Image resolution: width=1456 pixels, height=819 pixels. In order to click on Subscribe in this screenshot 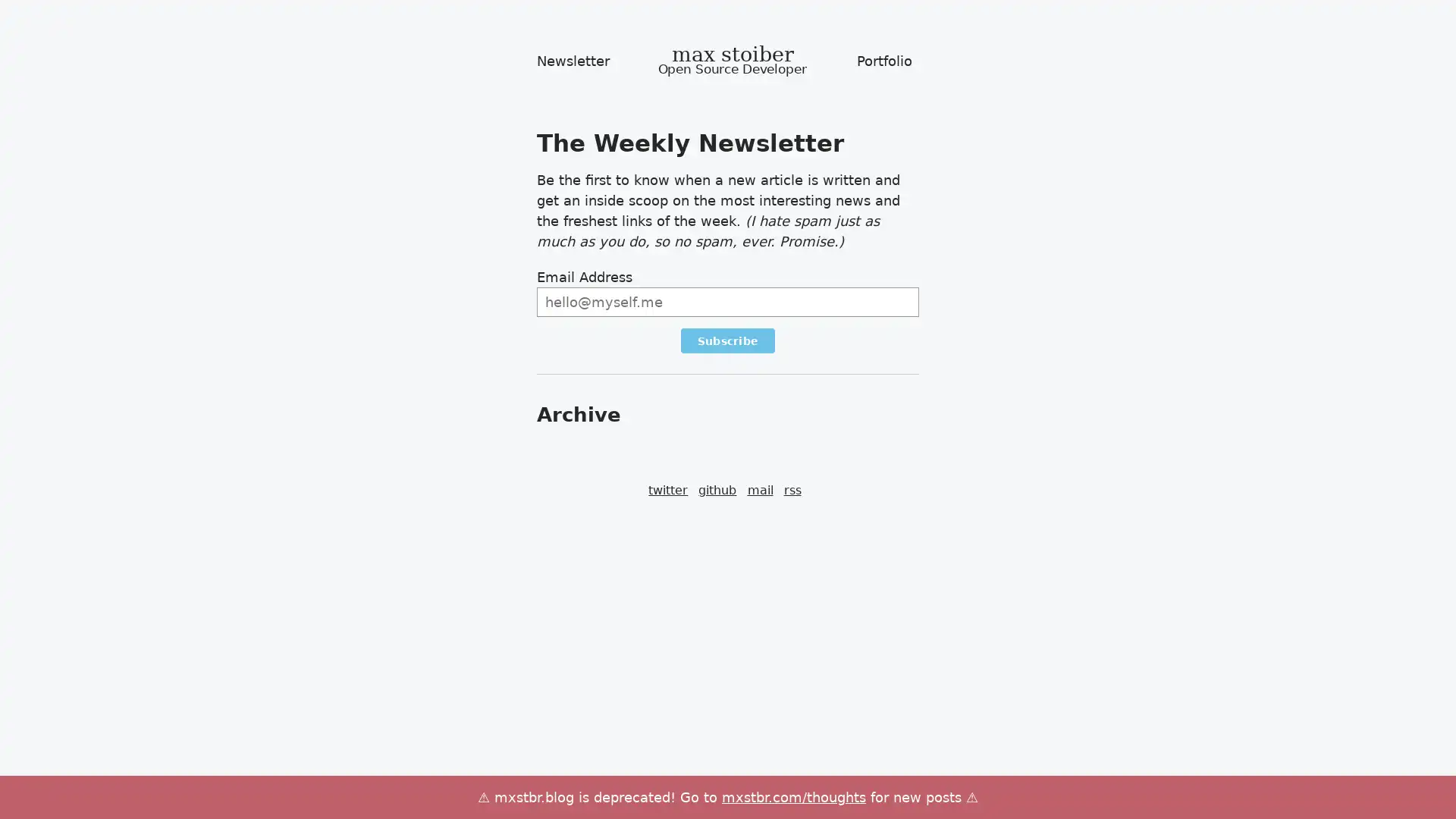, I will do `click(726, 340)`.